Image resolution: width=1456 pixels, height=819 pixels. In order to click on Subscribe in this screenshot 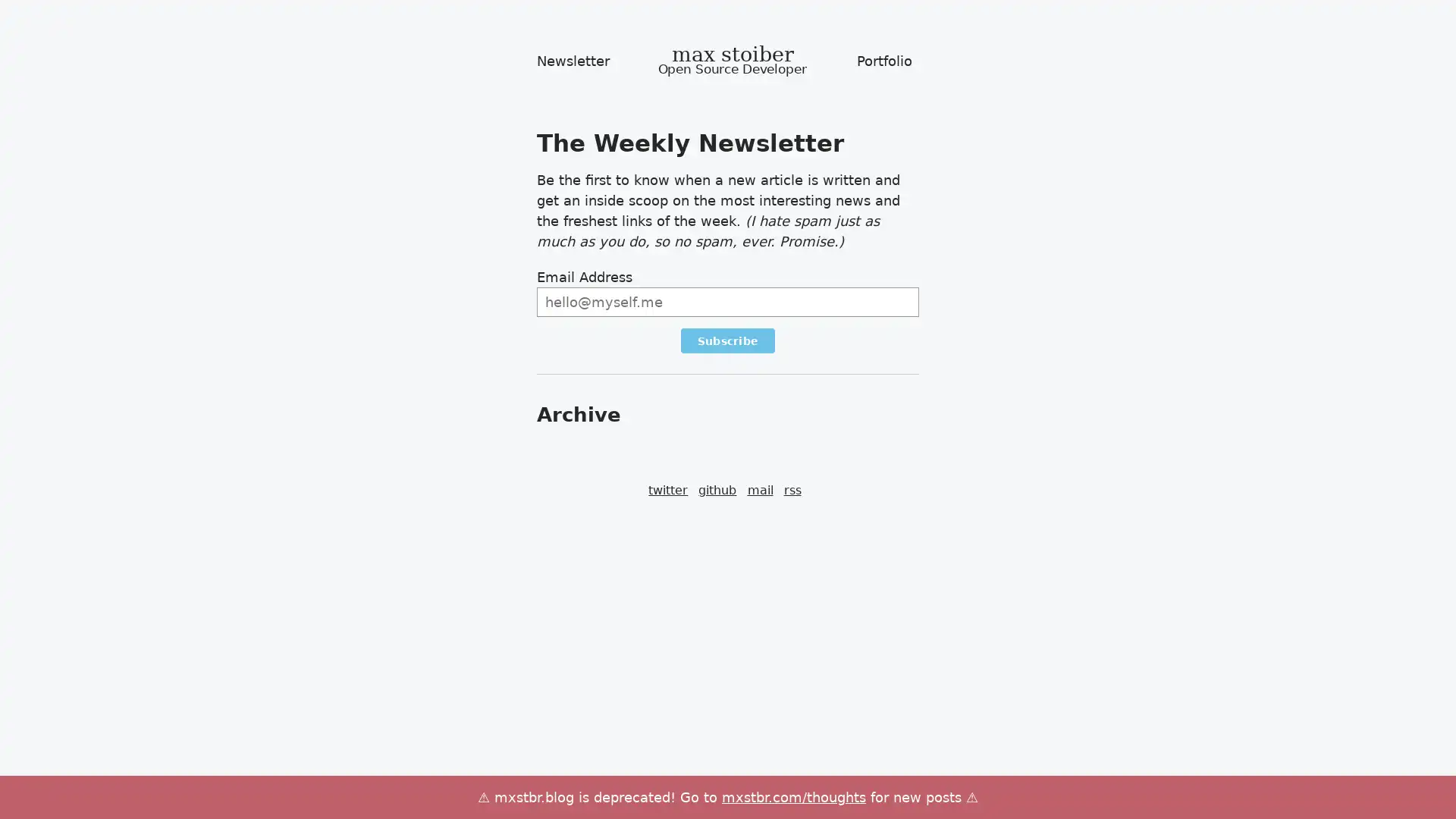, I will do `click(726, 340)`.